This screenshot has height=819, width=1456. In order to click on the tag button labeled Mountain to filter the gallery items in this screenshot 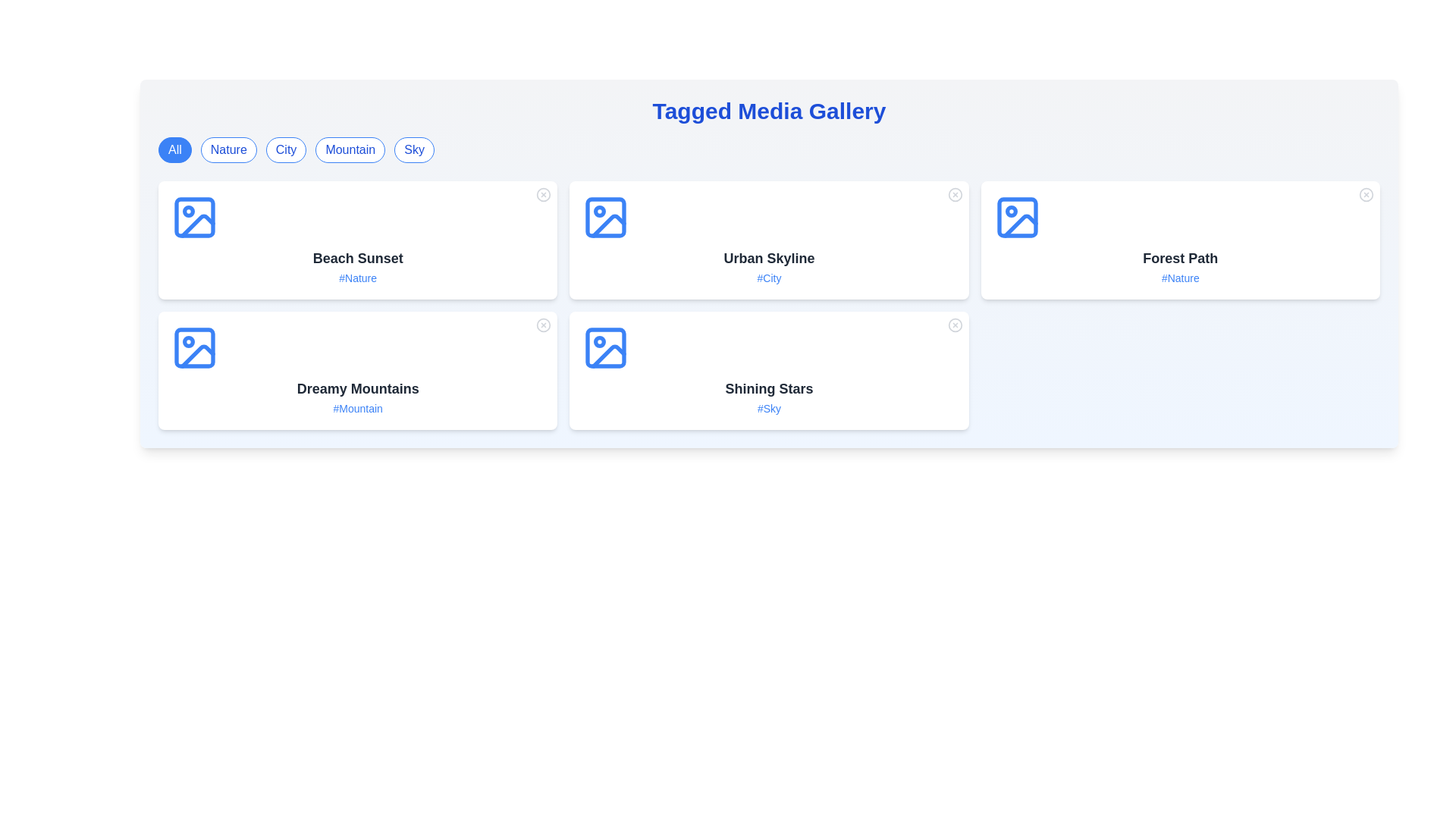, I will do `click(350, 149)`.